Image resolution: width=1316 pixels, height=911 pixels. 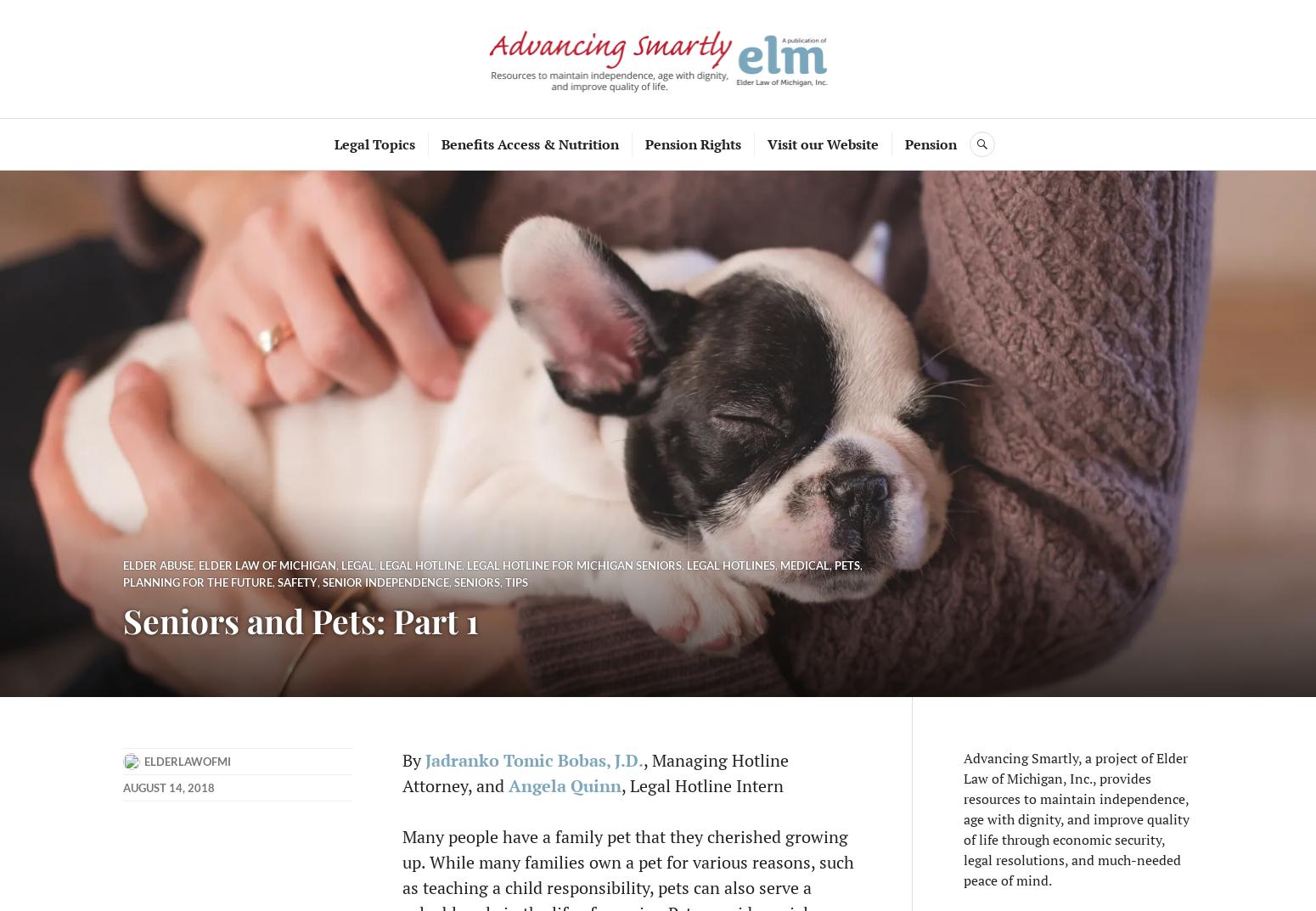 I want to click on 'Advancing Smartly, a project of Elder Law of Michigan, Inc., provides resources to maintain independence, age with dignity, and improve quality of life through economic security, legal resolutions, and much-needed peace of mind.', so click(x=1076, y=818).